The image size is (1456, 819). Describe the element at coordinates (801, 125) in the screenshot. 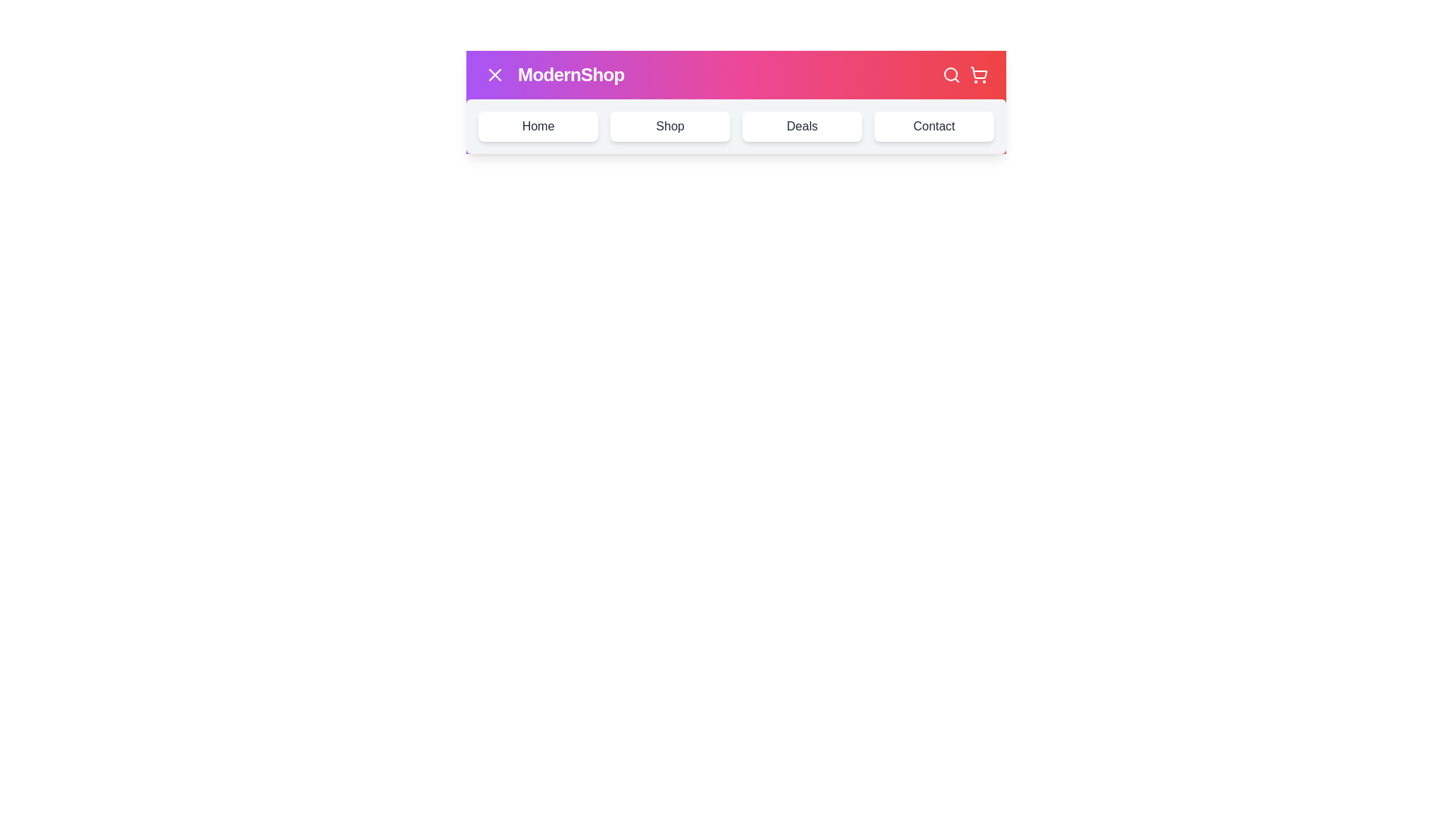

I see `the navigation link labeled Deals` at that location.